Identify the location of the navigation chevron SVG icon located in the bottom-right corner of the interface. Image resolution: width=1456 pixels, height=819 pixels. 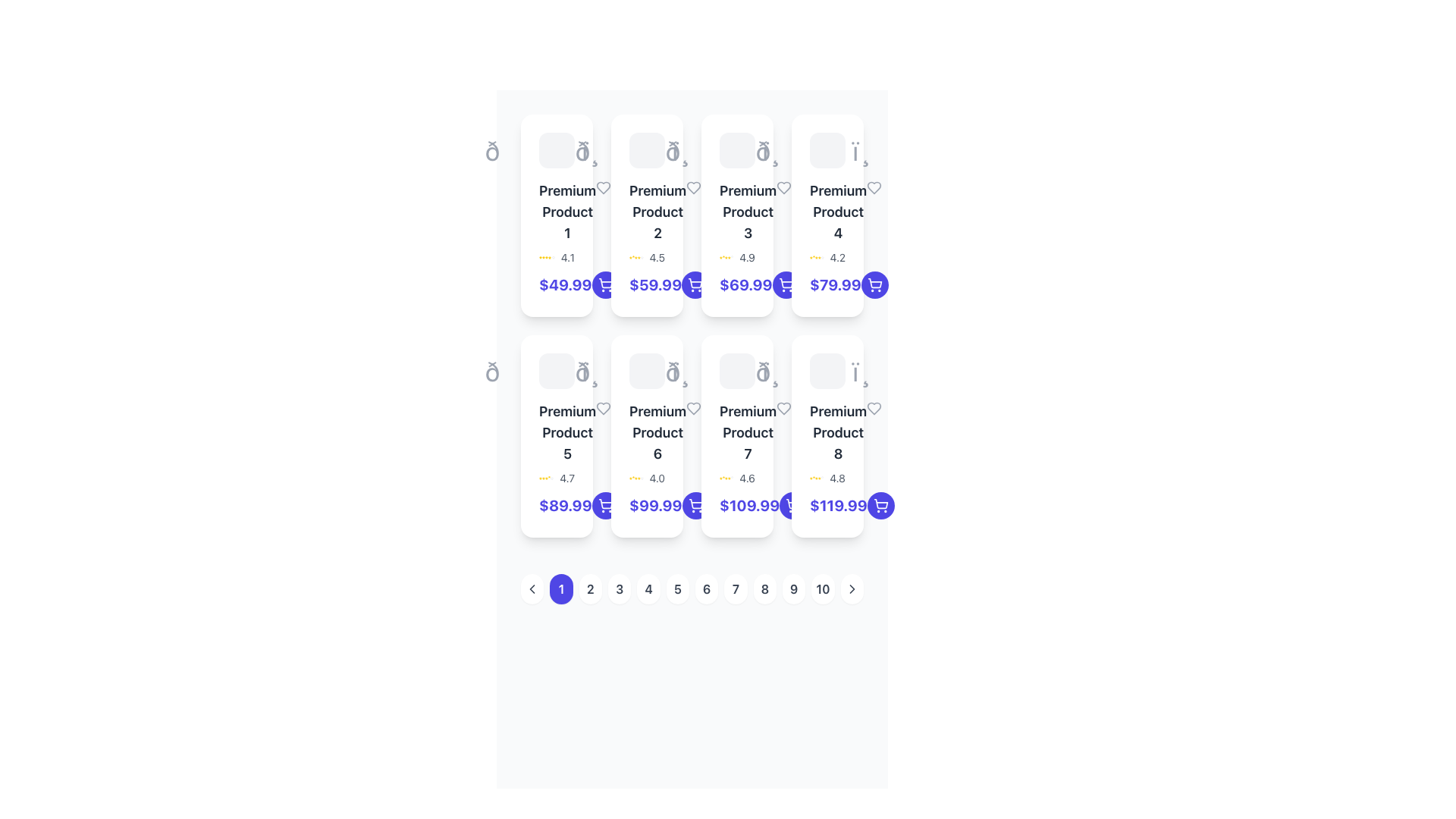
(852, 588).